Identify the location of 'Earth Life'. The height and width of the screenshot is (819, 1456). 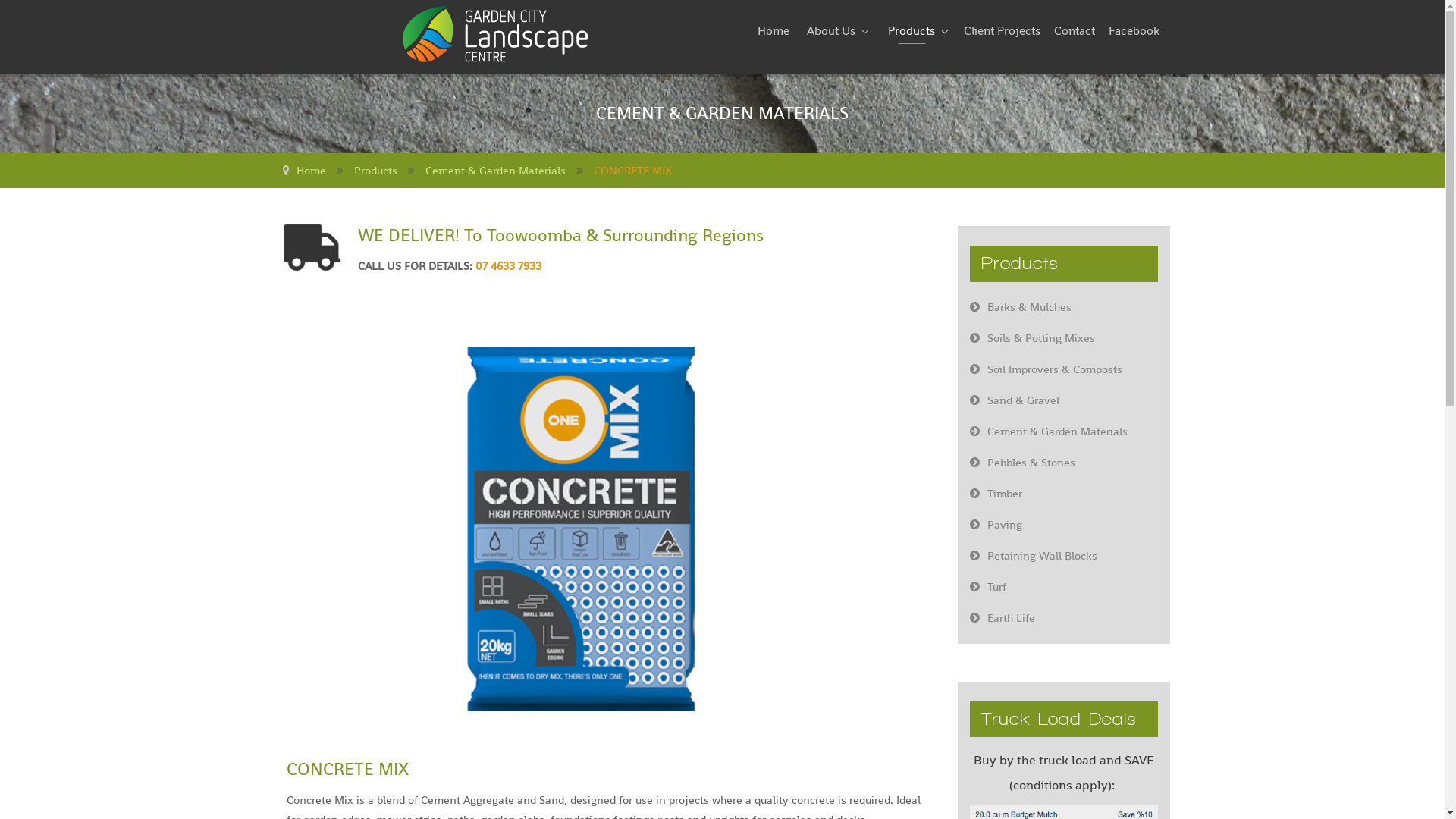
(1062, 617).